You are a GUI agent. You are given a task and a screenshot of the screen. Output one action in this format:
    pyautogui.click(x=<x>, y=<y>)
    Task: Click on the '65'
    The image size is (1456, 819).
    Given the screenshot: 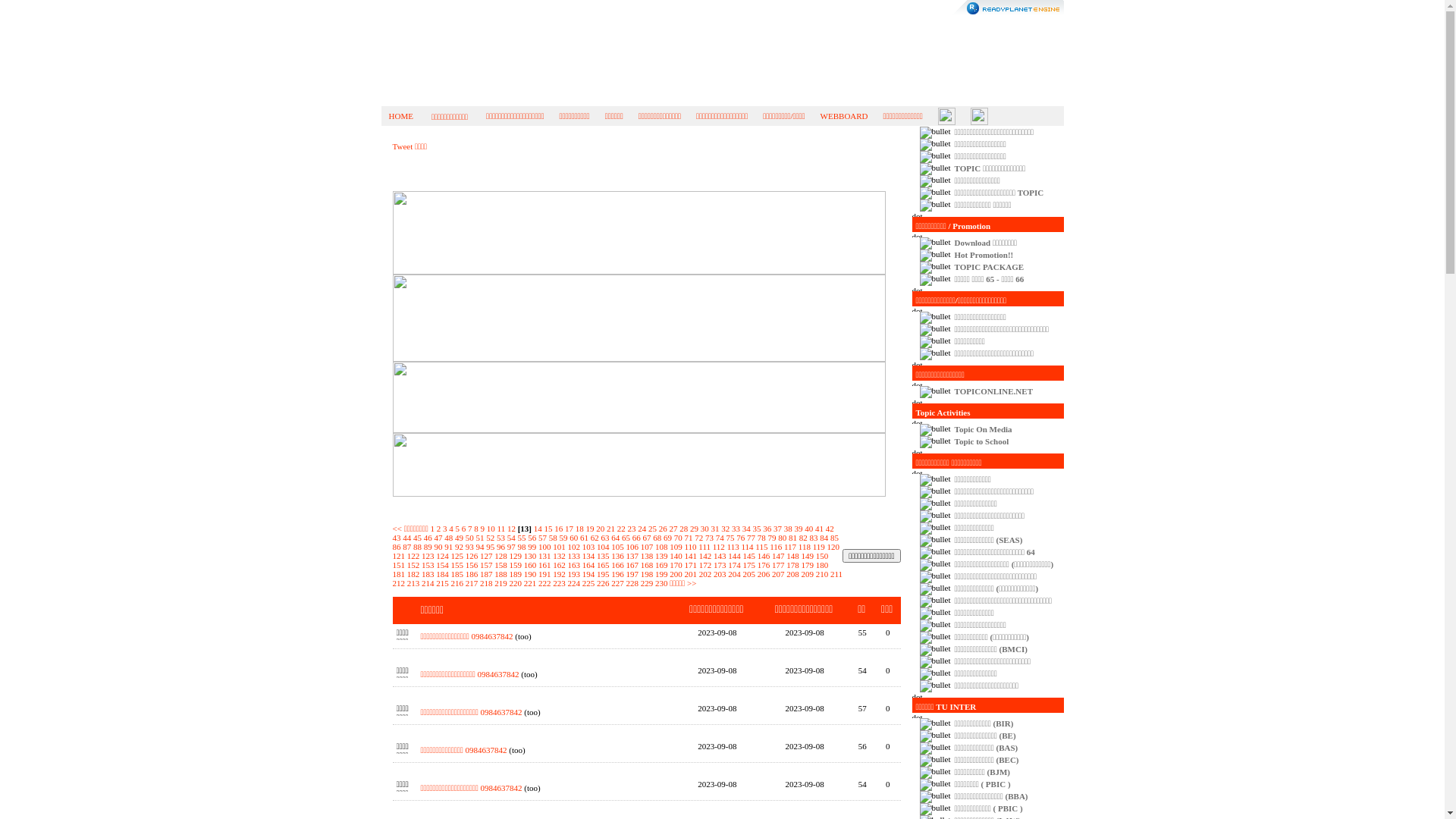 What is the action you would take?
    pyautogui.click(x=622, y=537)
    